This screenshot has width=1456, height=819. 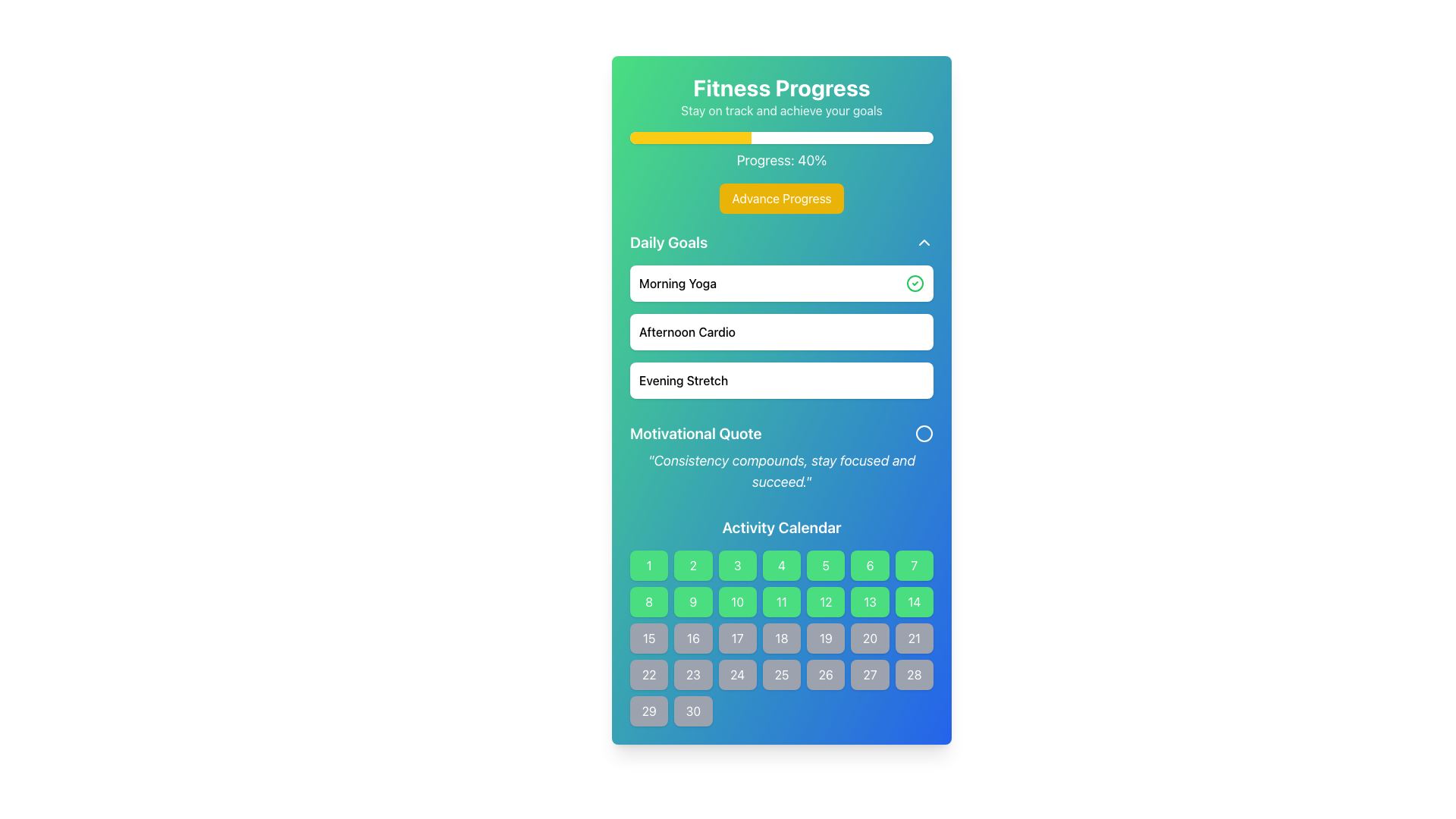 I want to click on the interactive calendar cell representing a numbered day in the second row and fourth column of the Activity Calendar grid, which is currently in an active or selected state, so click(x=782, y=601).